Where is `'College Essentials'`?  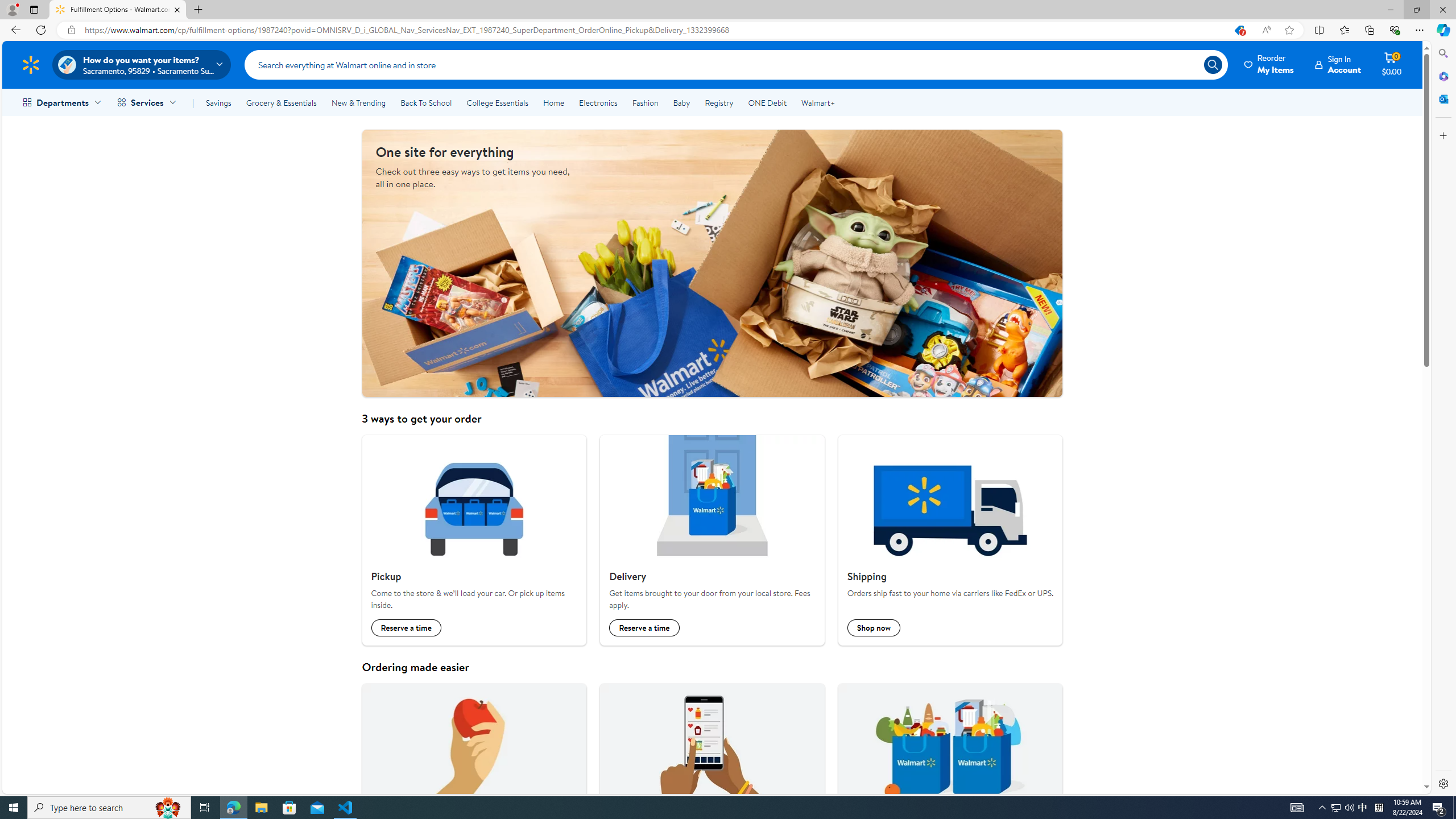
'College Essentials' is located at coordinates (497, 102).